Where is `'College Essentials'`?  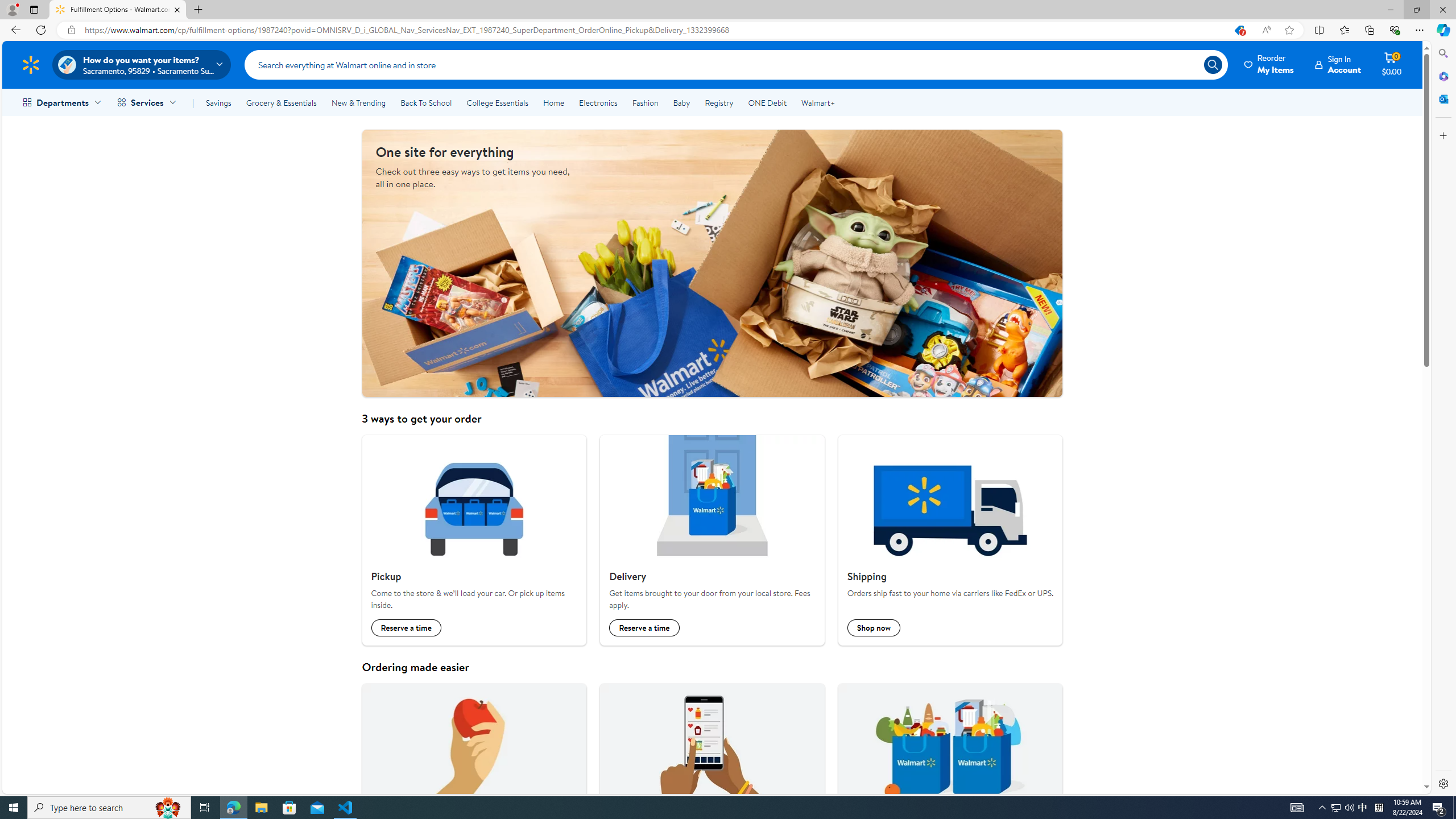
'College Essentials' is located at coordinates (497, 102).